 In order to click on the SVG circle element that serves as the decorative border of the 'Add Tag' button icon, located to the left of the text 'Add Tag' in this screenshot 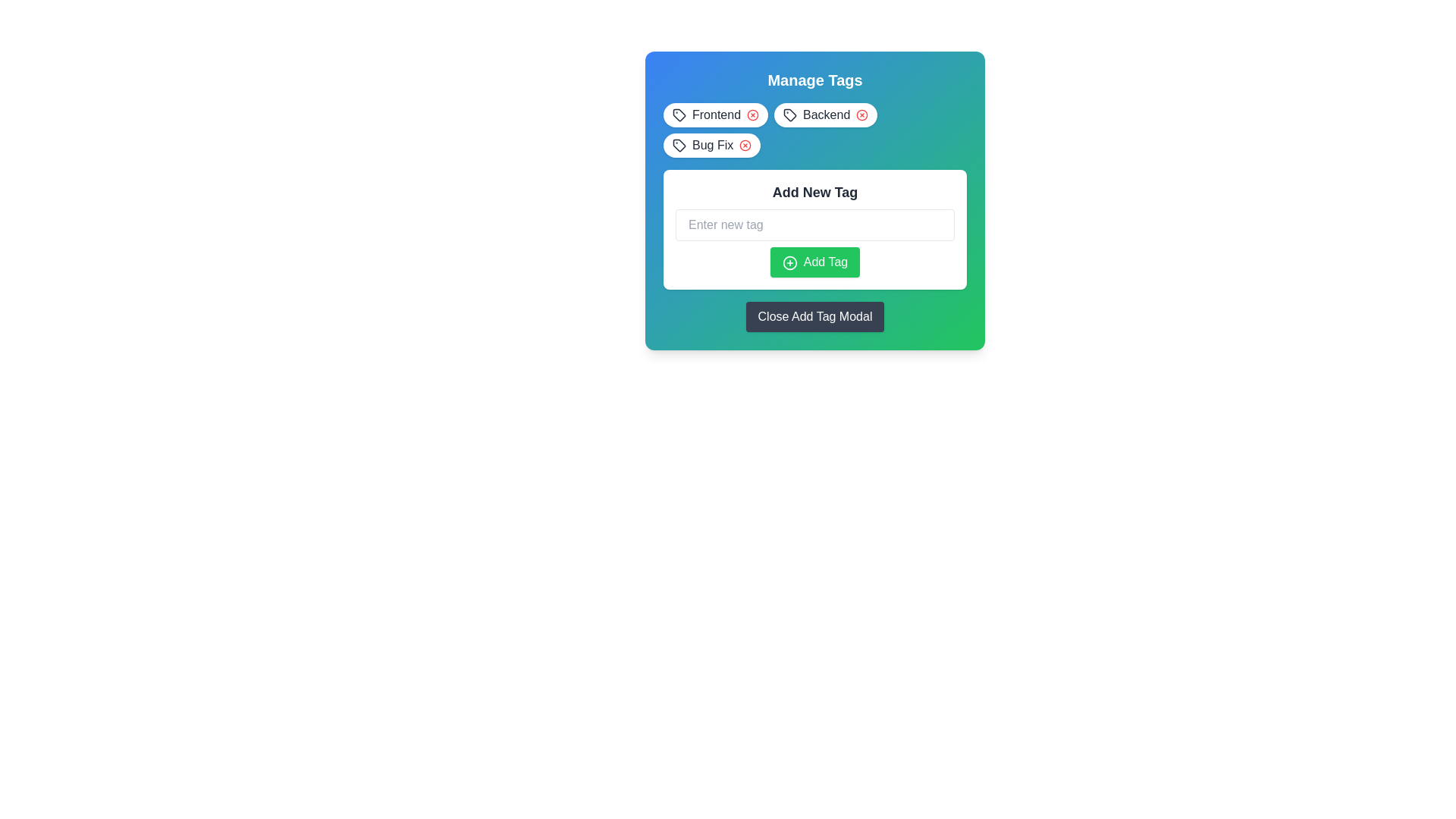, I will do `click(789, 262)`.